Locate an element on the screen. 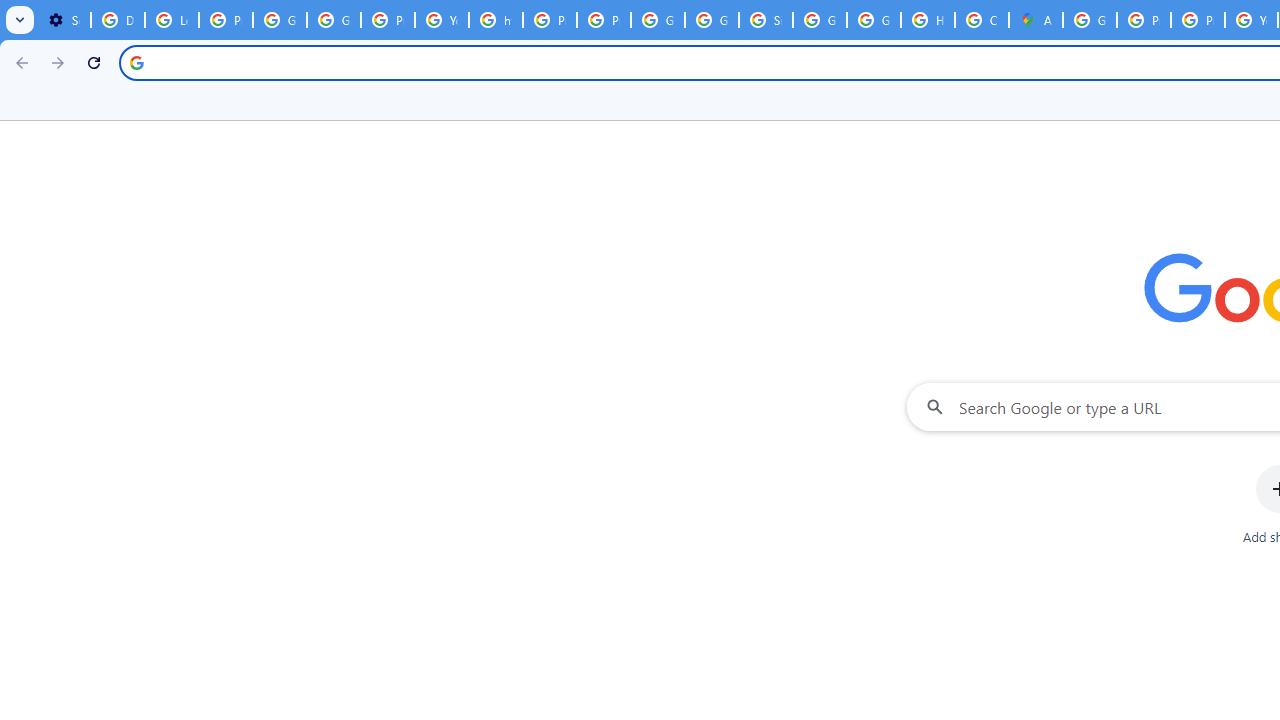 This screenshot has height=720, width=1280. 'Privacy Help Center - Policies Help' is located at coordinates (1144, 20).